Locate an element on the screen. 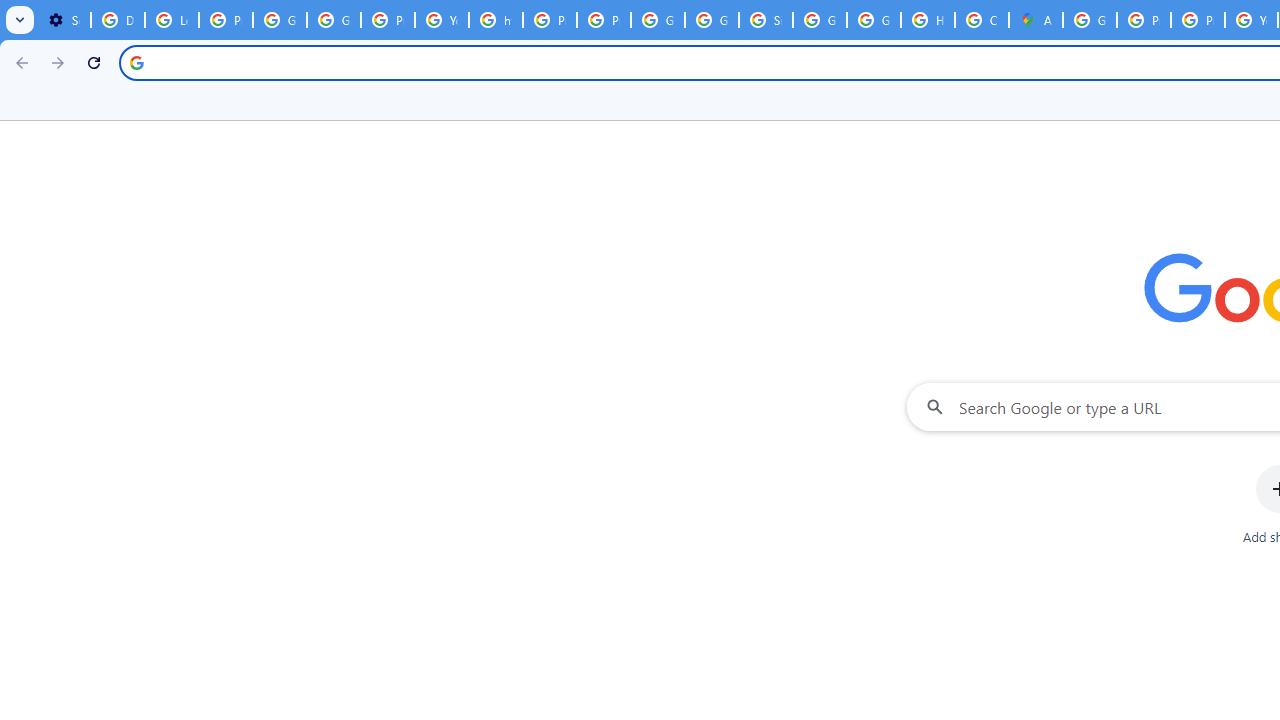 This screenshot has height=720, width=1280. 'Privacy Help Center - Policies Help' is located at coordinates (1144, 20).